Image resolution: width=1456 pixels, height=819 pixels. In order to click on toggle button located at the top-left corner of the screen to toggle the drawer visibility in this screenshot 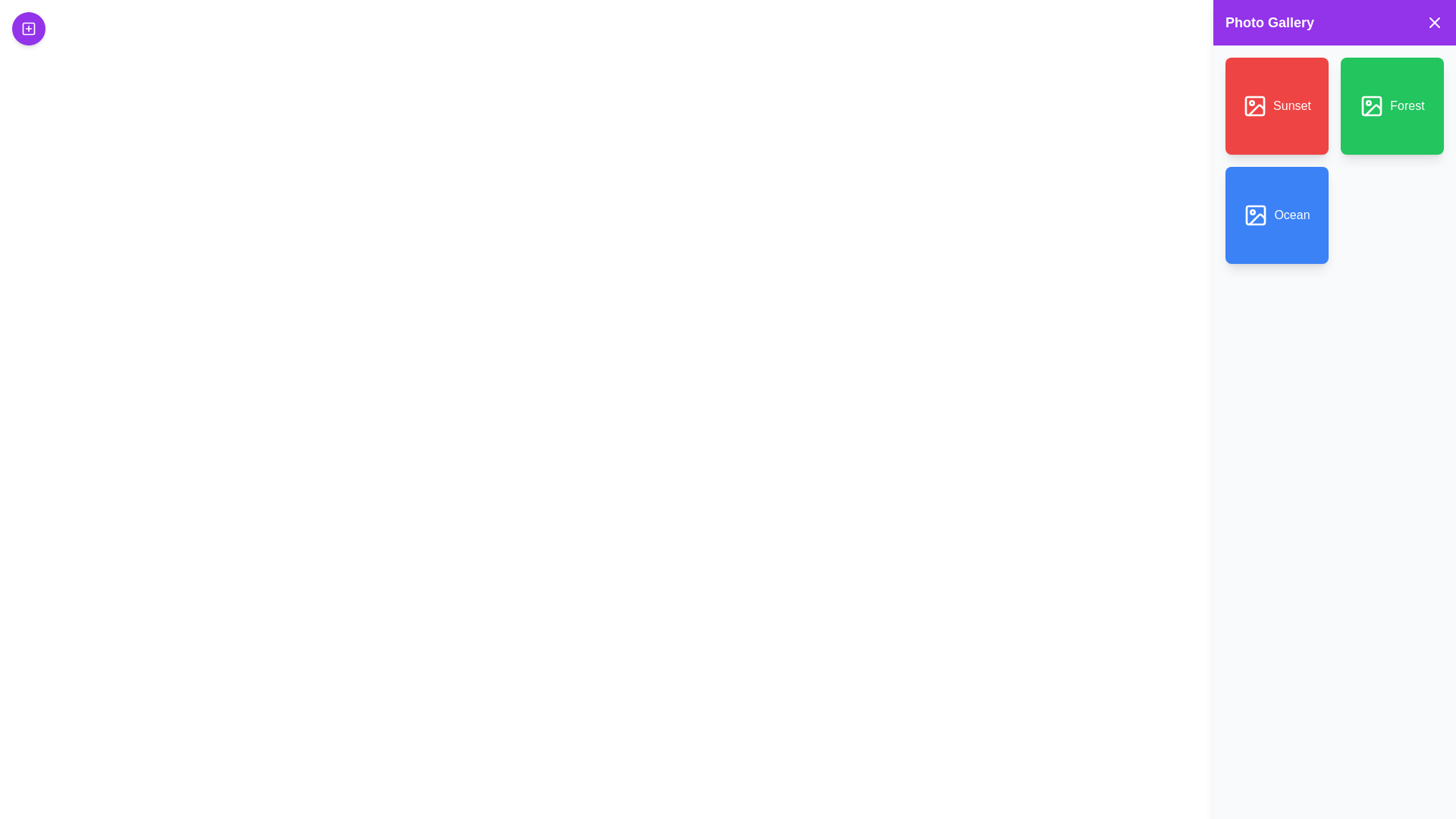, I will do `click(29, 29)`.